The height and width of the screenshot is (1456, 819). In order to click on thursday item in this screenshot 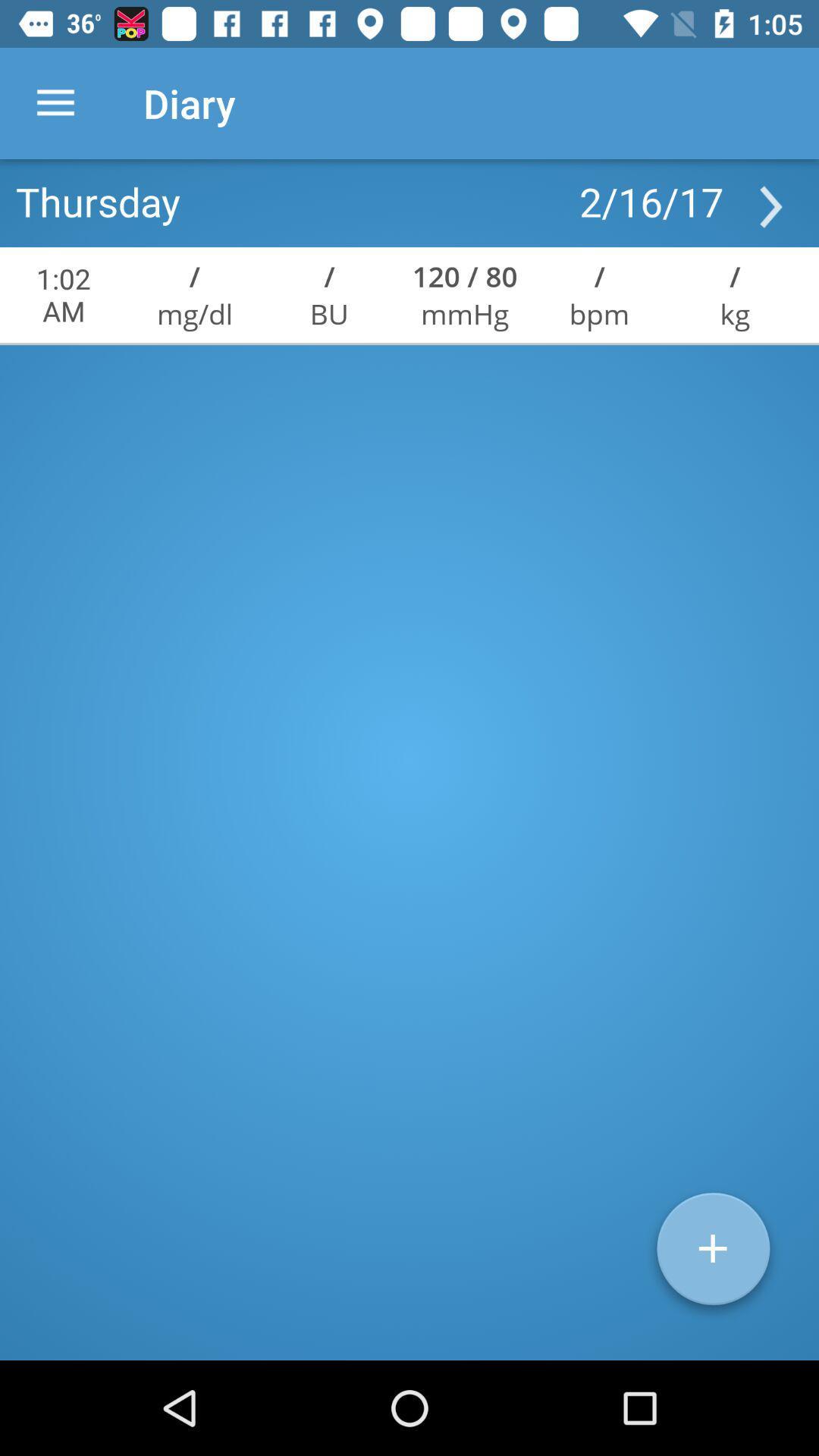, I will do `click(98, 200)`.